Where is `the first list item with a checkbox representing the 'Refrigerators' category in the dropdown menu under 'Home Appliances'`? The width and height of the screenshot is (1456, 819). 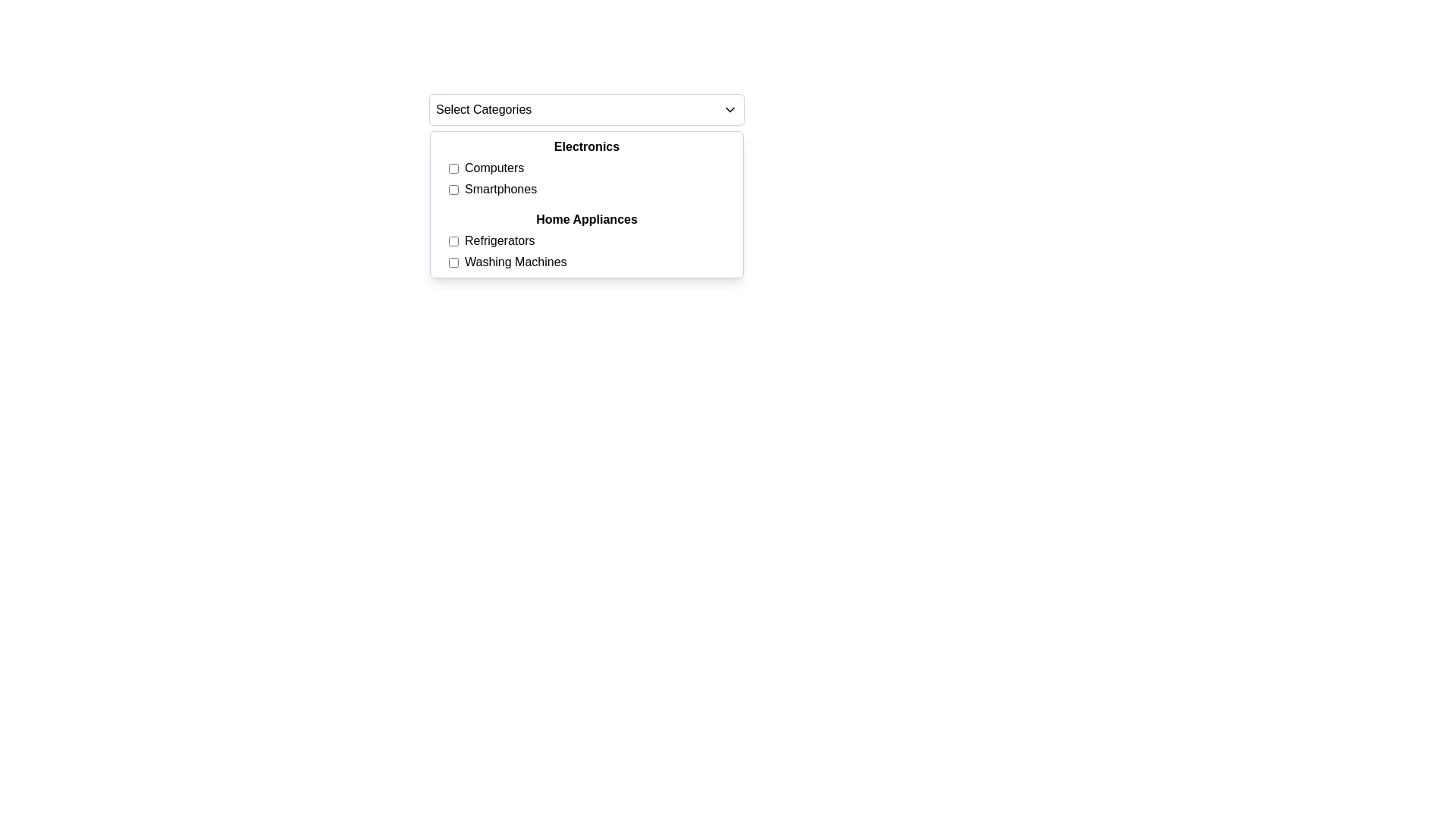
the first list item with a checkbox representing the 'Refrigerators' category in the dropdown menu under 'Home Appliances' is located at coordinates (592, 240).